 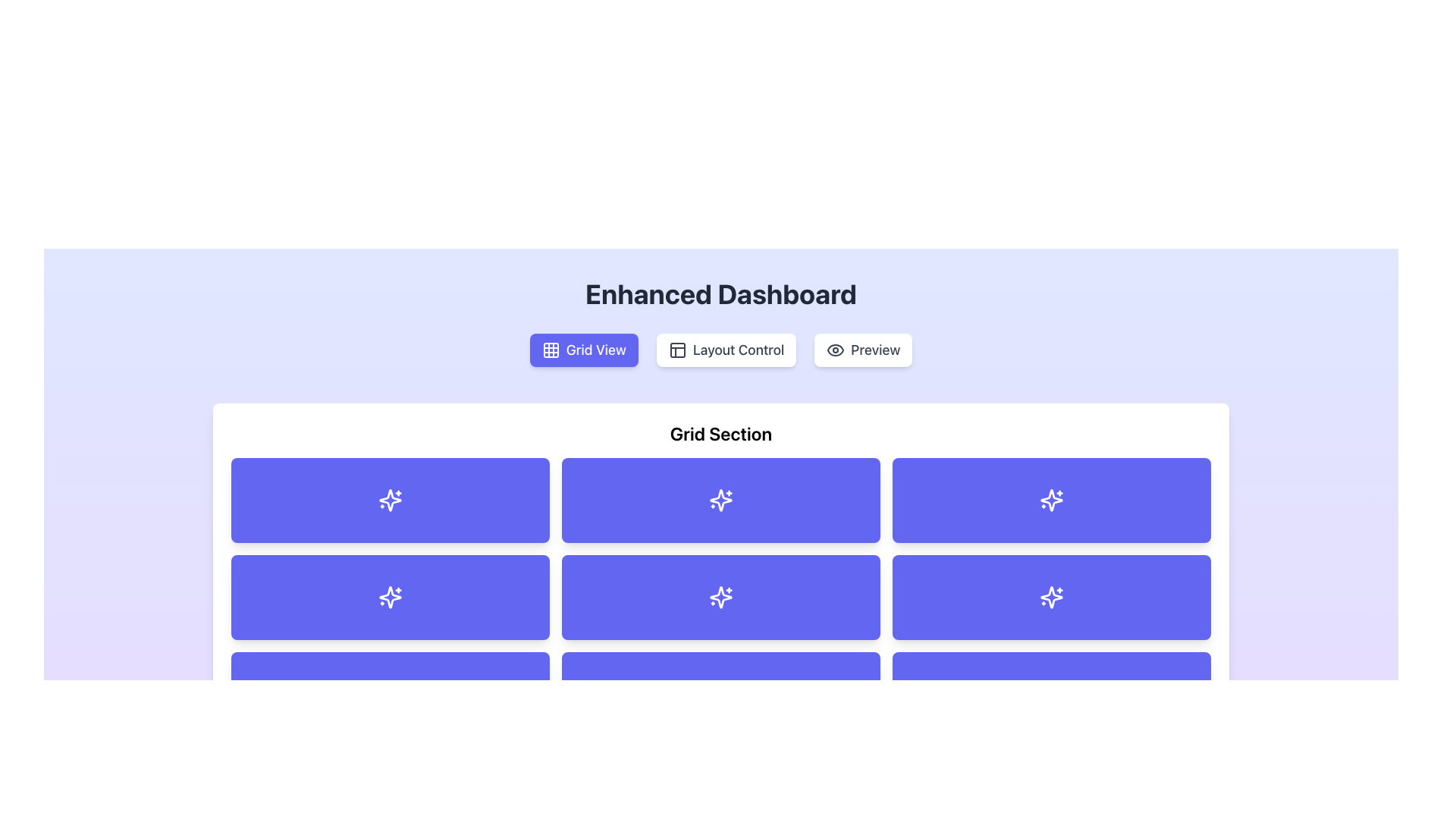 What do you see at coordinates (1050, 500) in the screenshot?
I see `the decorative icon located in the second row and second column of the grid layout, which is centered within a purple rectangular block` at bounding box center [1050, 500].